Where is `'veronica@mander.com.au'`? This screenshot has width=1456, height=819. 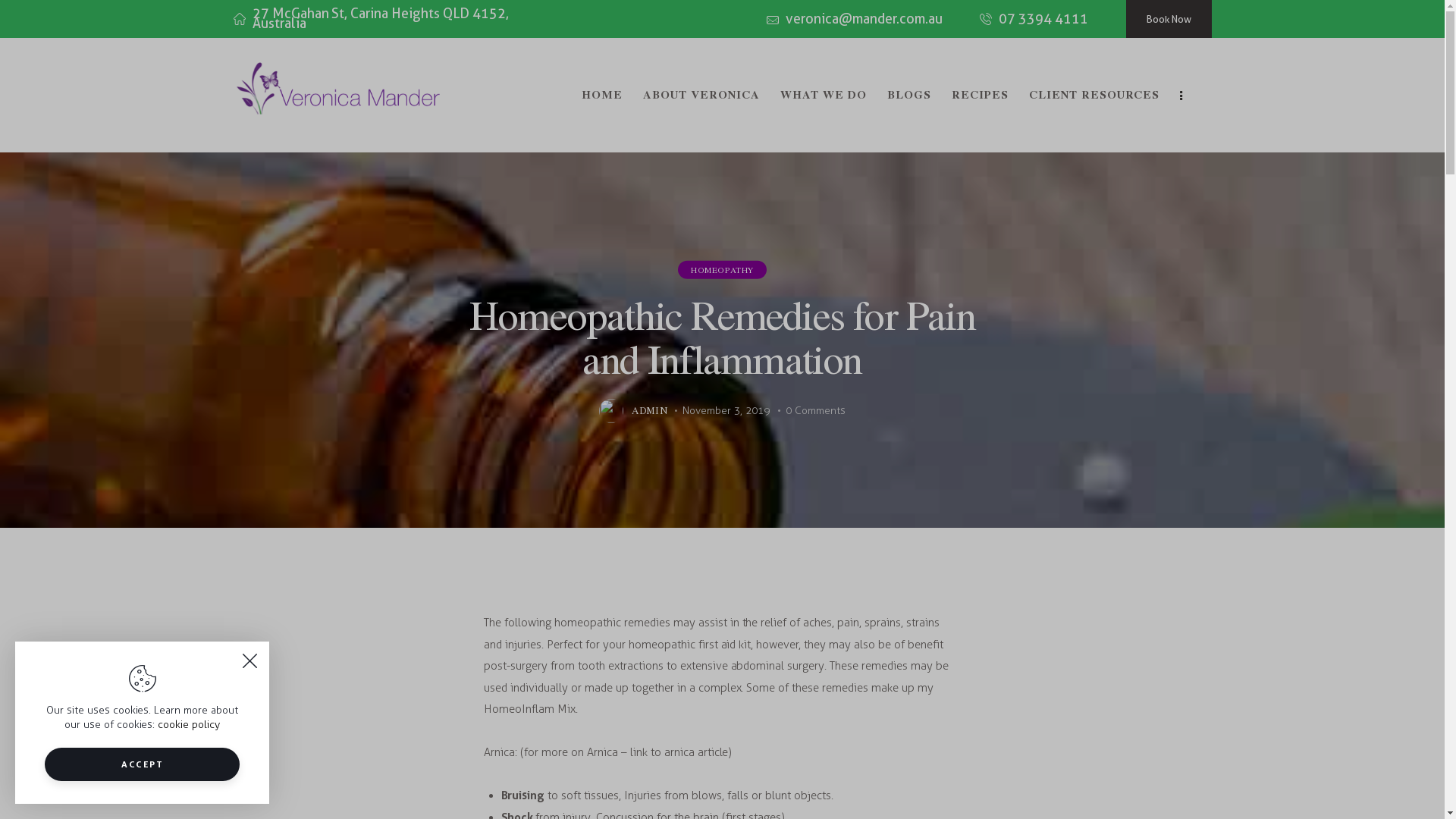
'veronica@mander.com.au' is located at coordinates (855, 18).